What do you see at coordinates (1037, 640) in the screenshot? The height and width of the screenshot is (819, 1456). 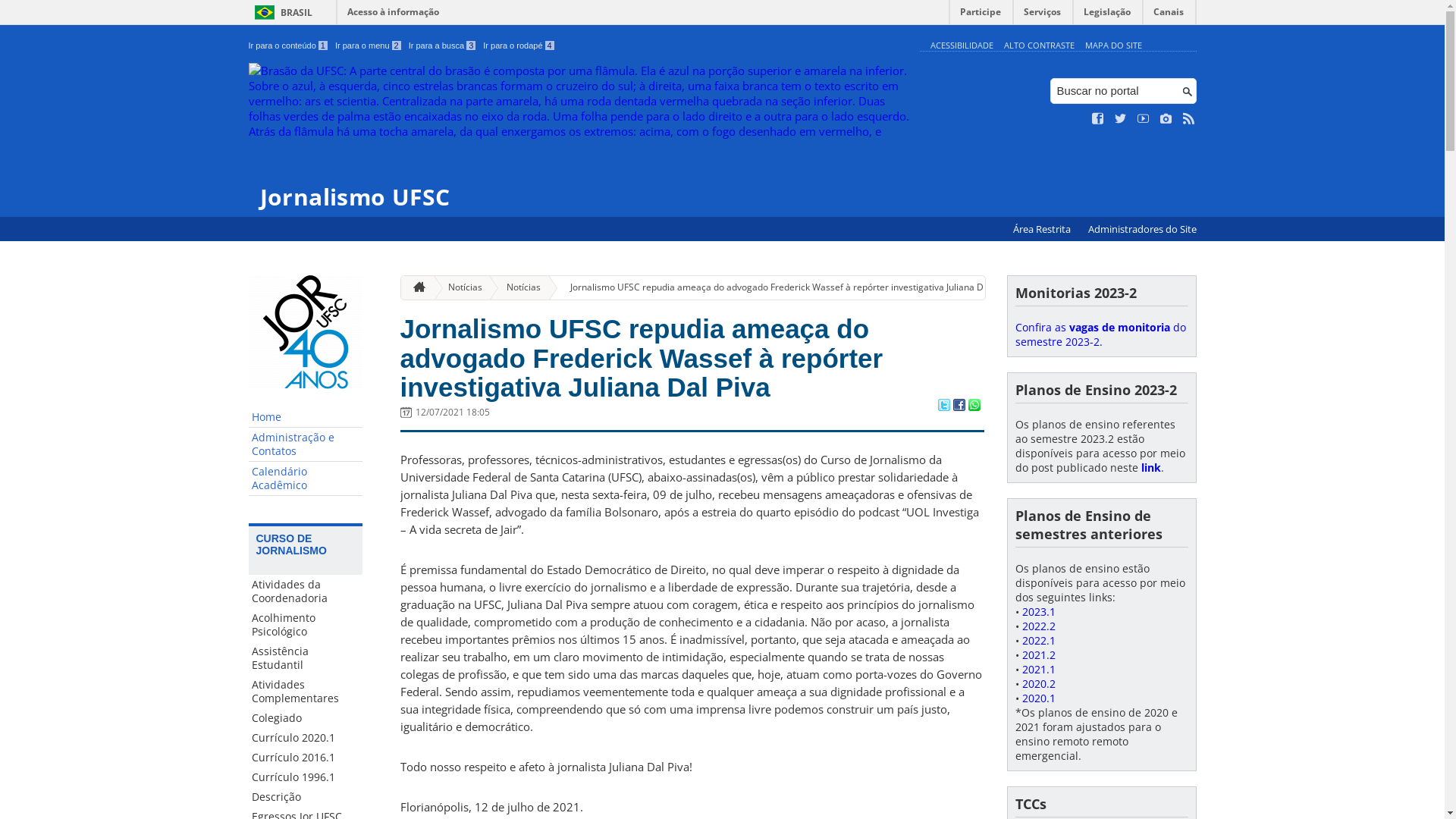 I see `'2022.1'` at bounding box center [1037, 640].